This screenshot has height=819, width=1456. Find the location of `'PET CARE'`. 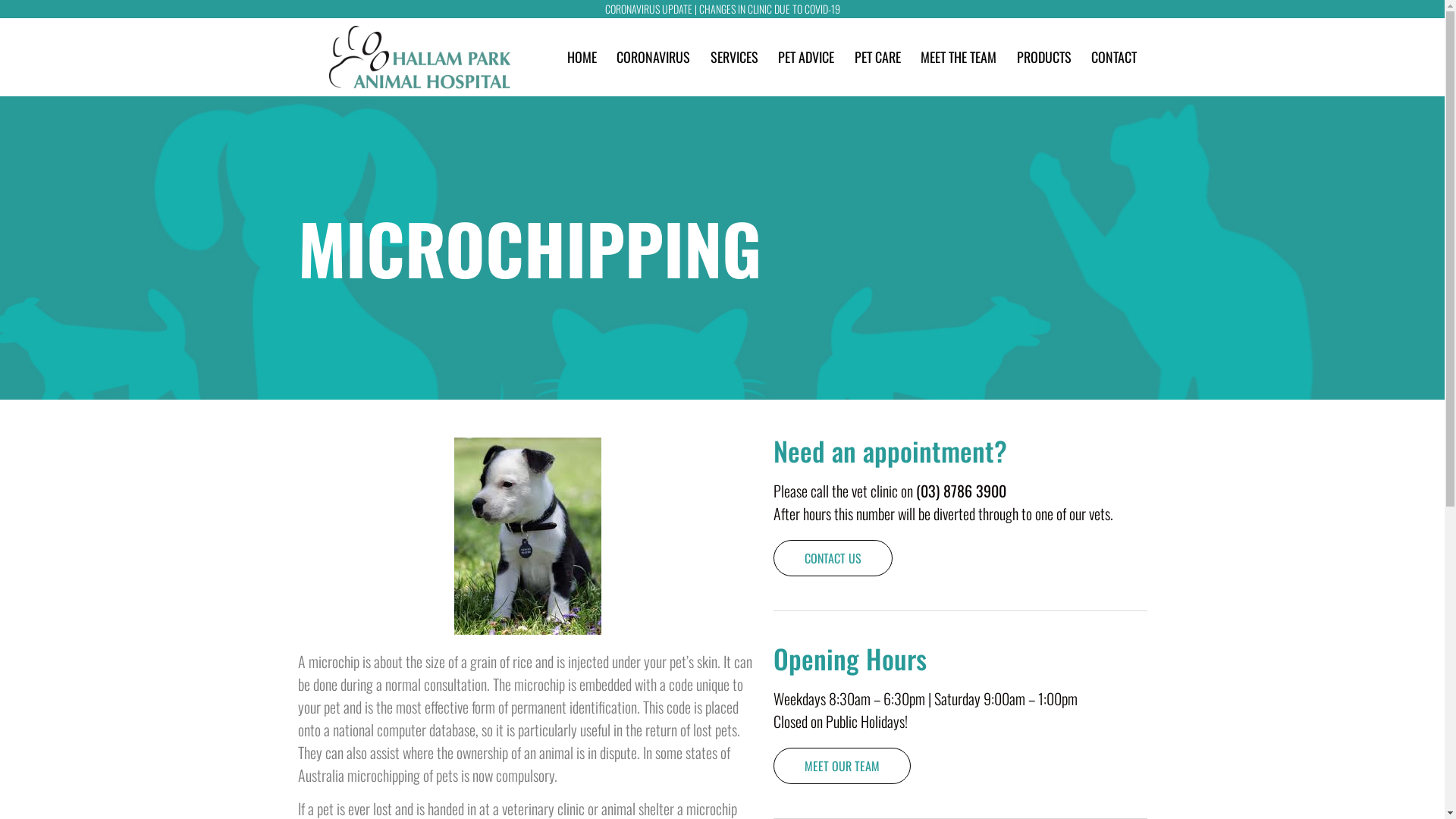

'PET CARE' is located at coordinates (877, 55).